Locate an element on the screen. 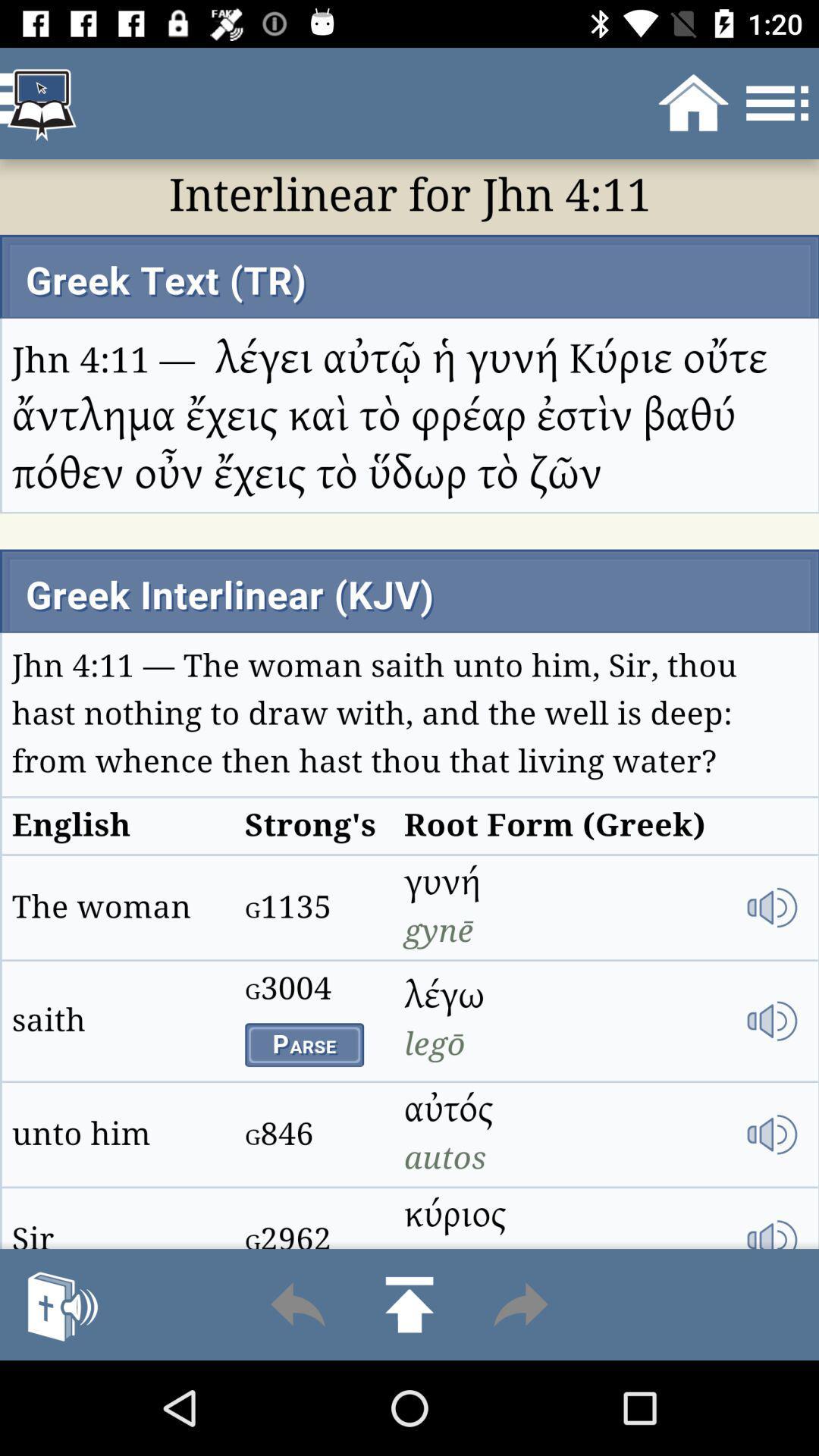 This screenshot has width=819, height=1456. the reply icon is located at coordinates (298, 1304).